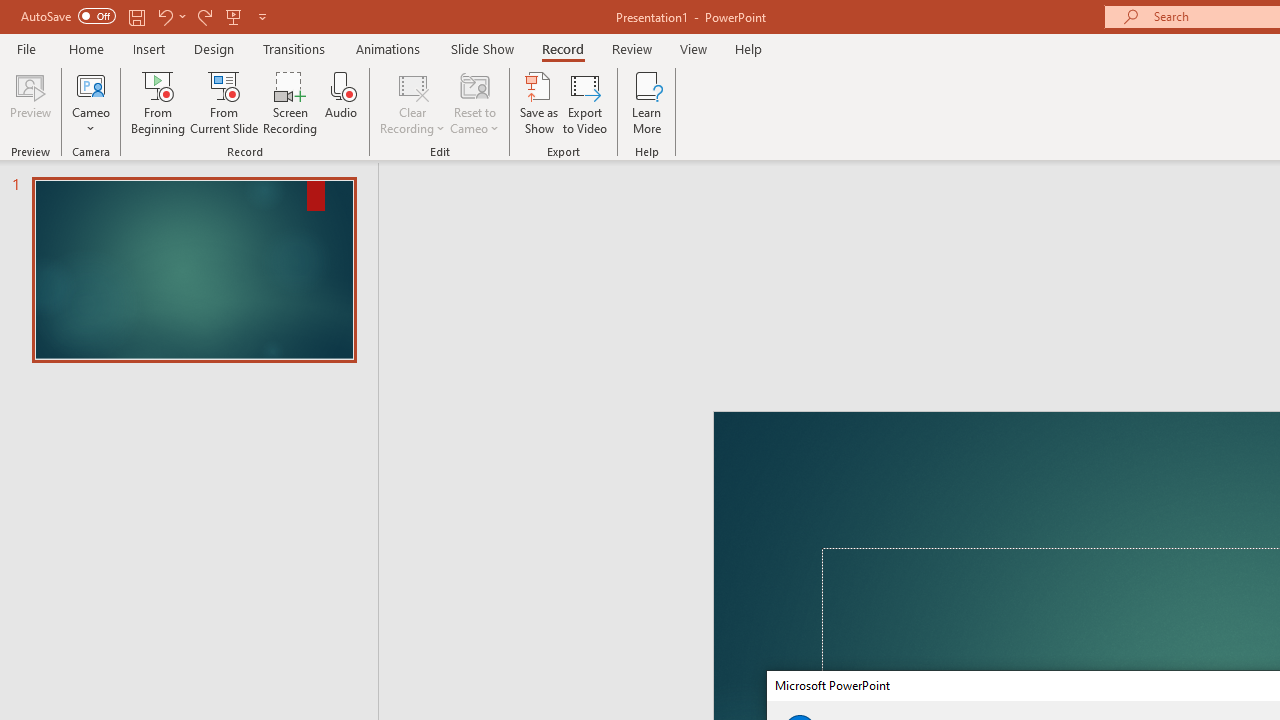 This screenshot has width=1280, height=720. What do you see at coordinates (289, 103) in the screenshot?
I see `'Screen Recording'` at bounding box center [289, 103].